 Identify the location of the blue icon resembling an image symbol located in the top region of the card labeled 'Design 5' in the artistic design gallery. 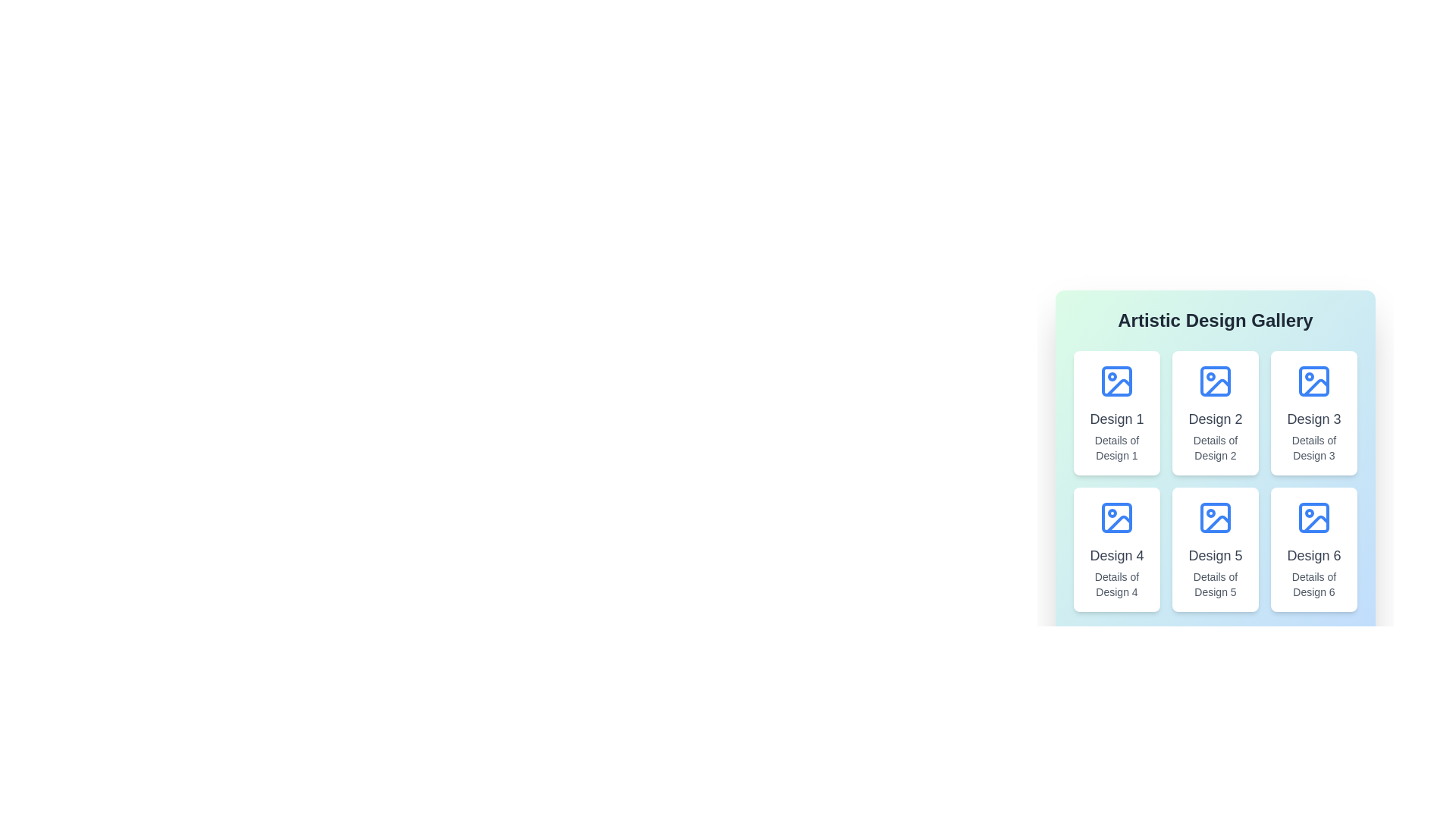
(1216, 516).